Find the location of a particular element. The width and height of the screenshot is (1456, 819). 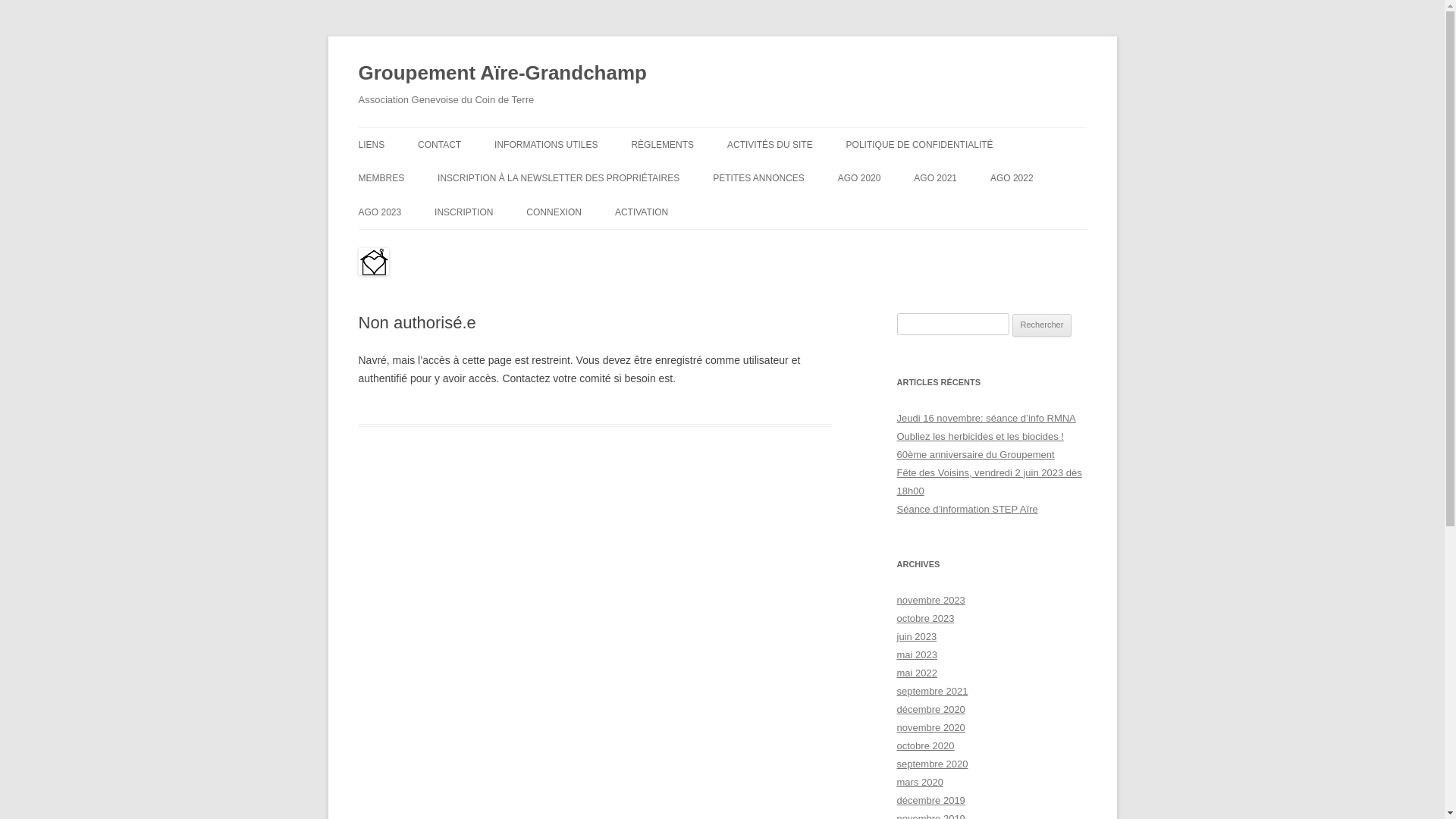

'Rechercher' is located at coordinates (1041, 324).